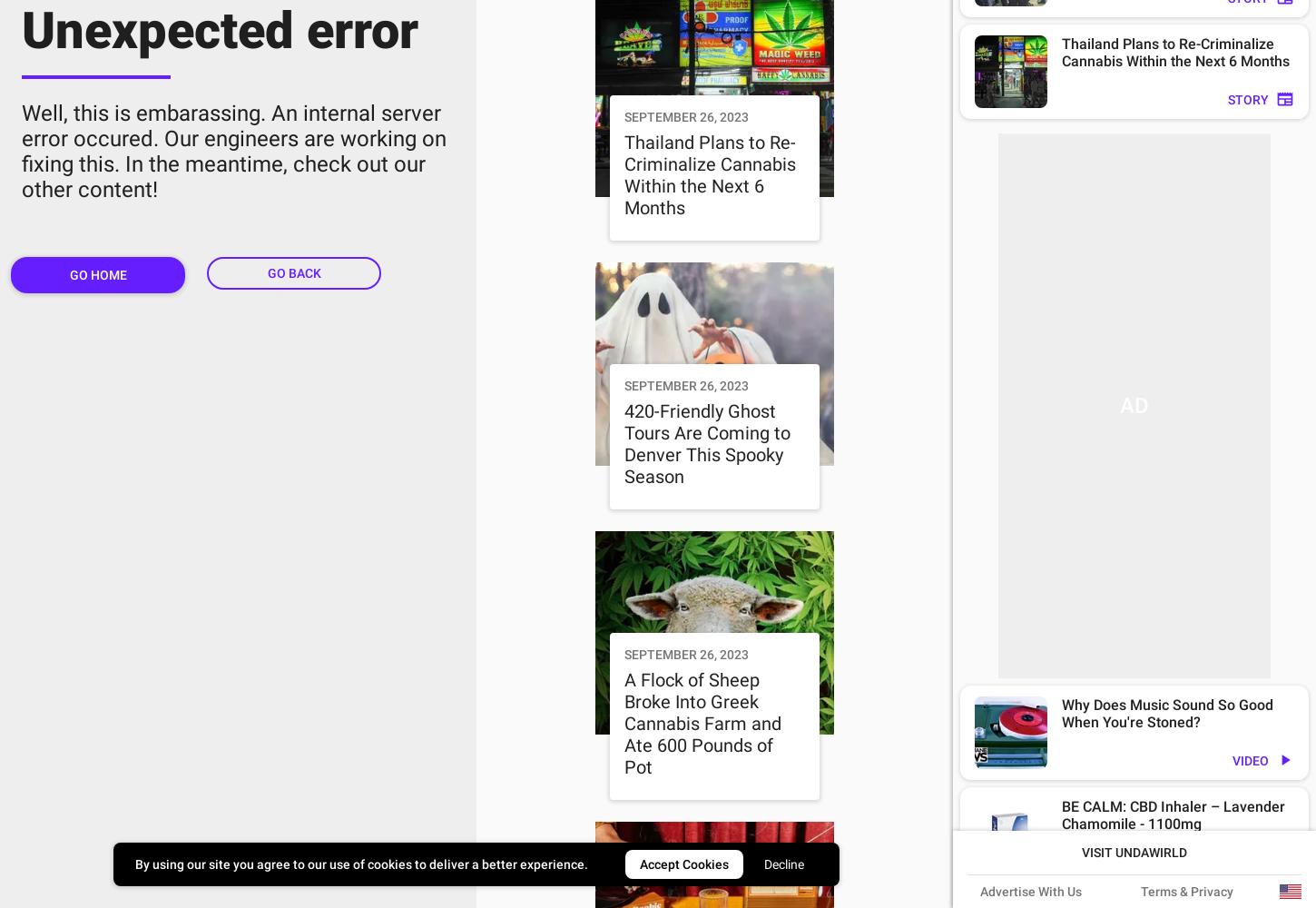 This screenshot has height=908, width=1316. Describe the element at coordinates (1174, 815) in the screenshot. I see `'BE CALM: CBD Inhaler – Lavender Chamomile - 1100mg'` at that location.